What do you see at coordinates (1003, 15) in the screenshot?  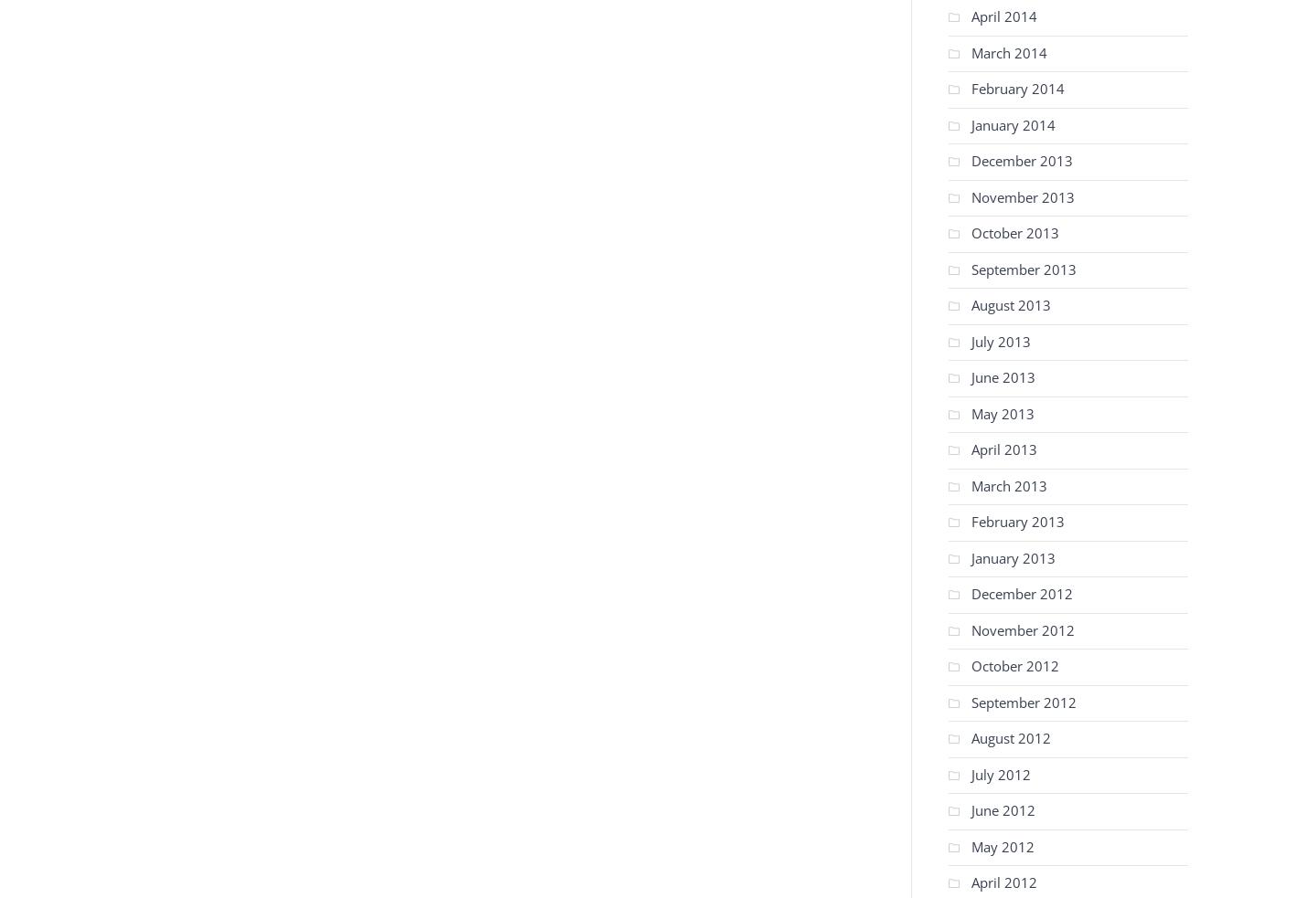 I see `'April 2014'` at bounding box center [1003, 15].